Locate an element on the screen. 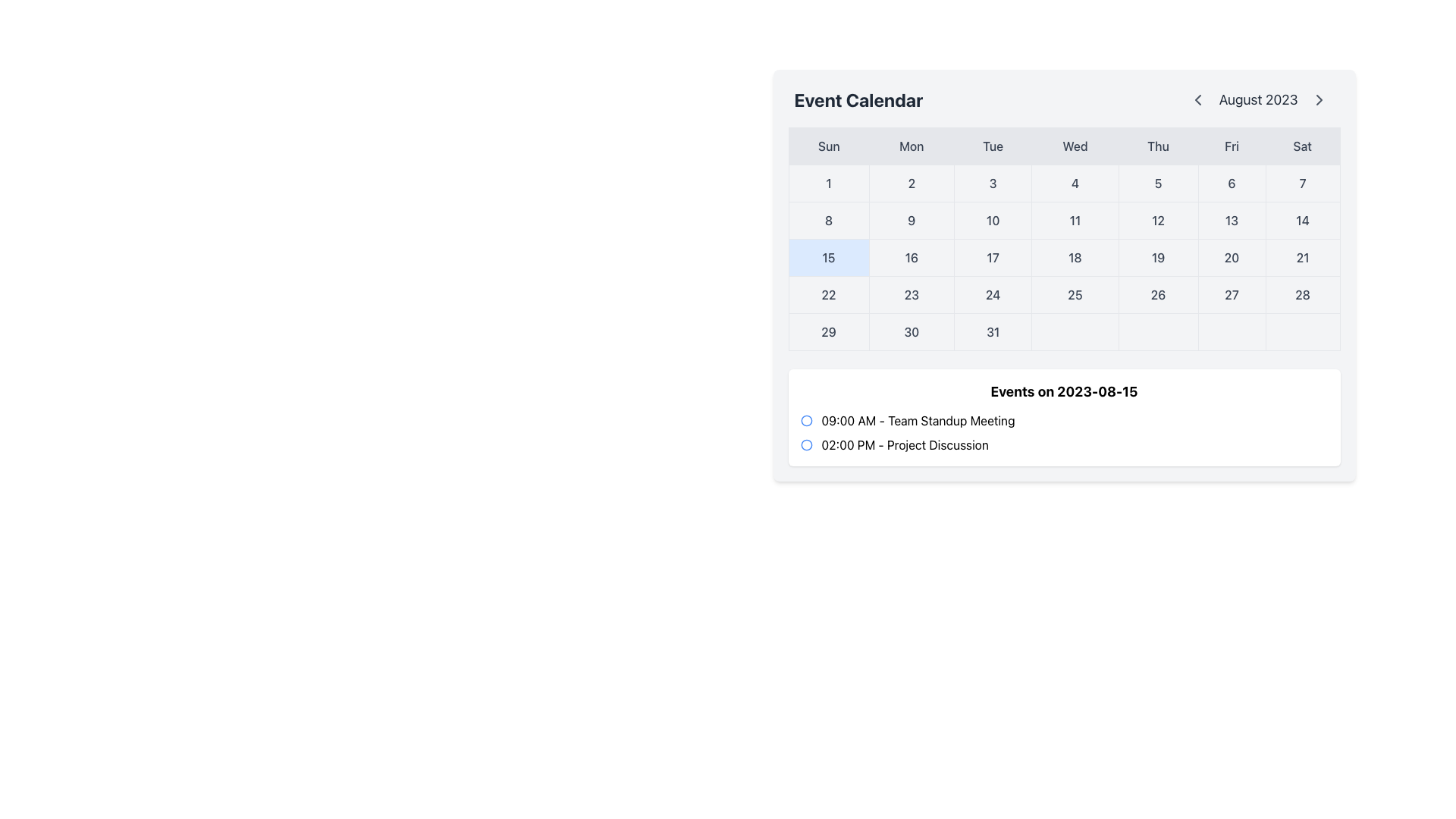  the button displaying '30' in the second column of the last row of the calendar grid is located at coordinates (911, 331).